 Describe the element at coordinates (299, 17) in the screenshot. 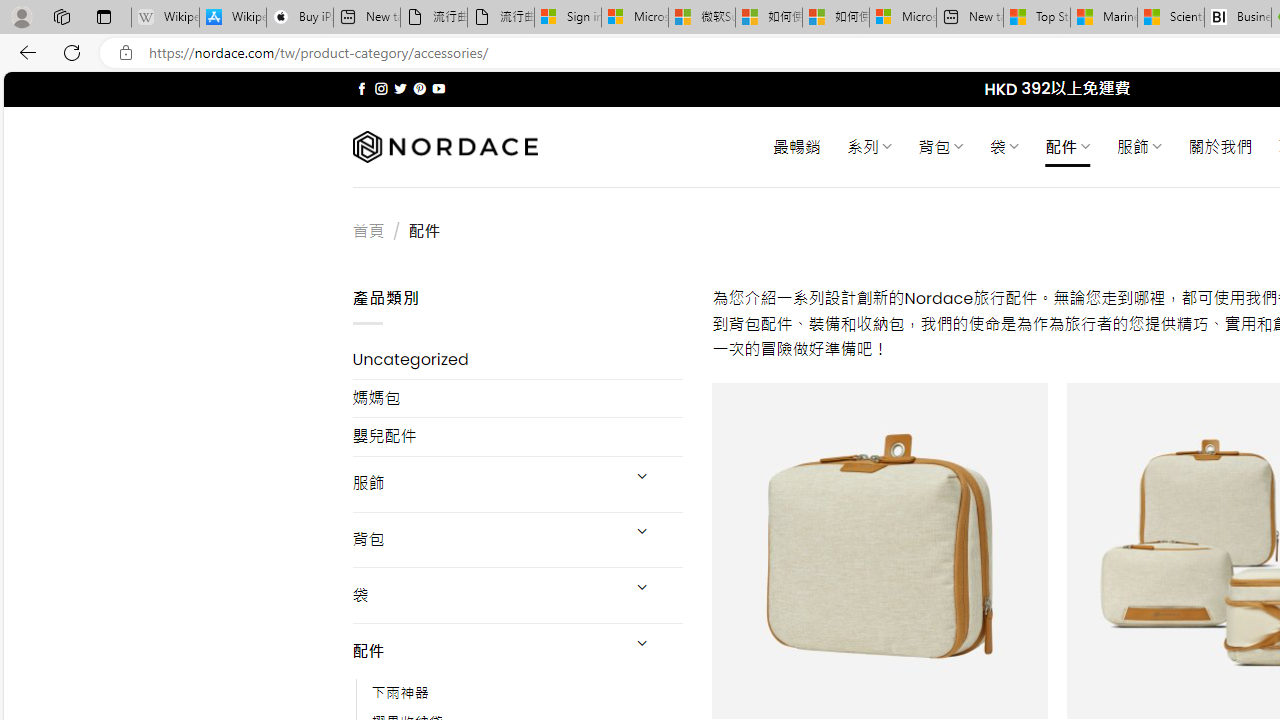

I see `'Buy iPad - Apple'` at that location.